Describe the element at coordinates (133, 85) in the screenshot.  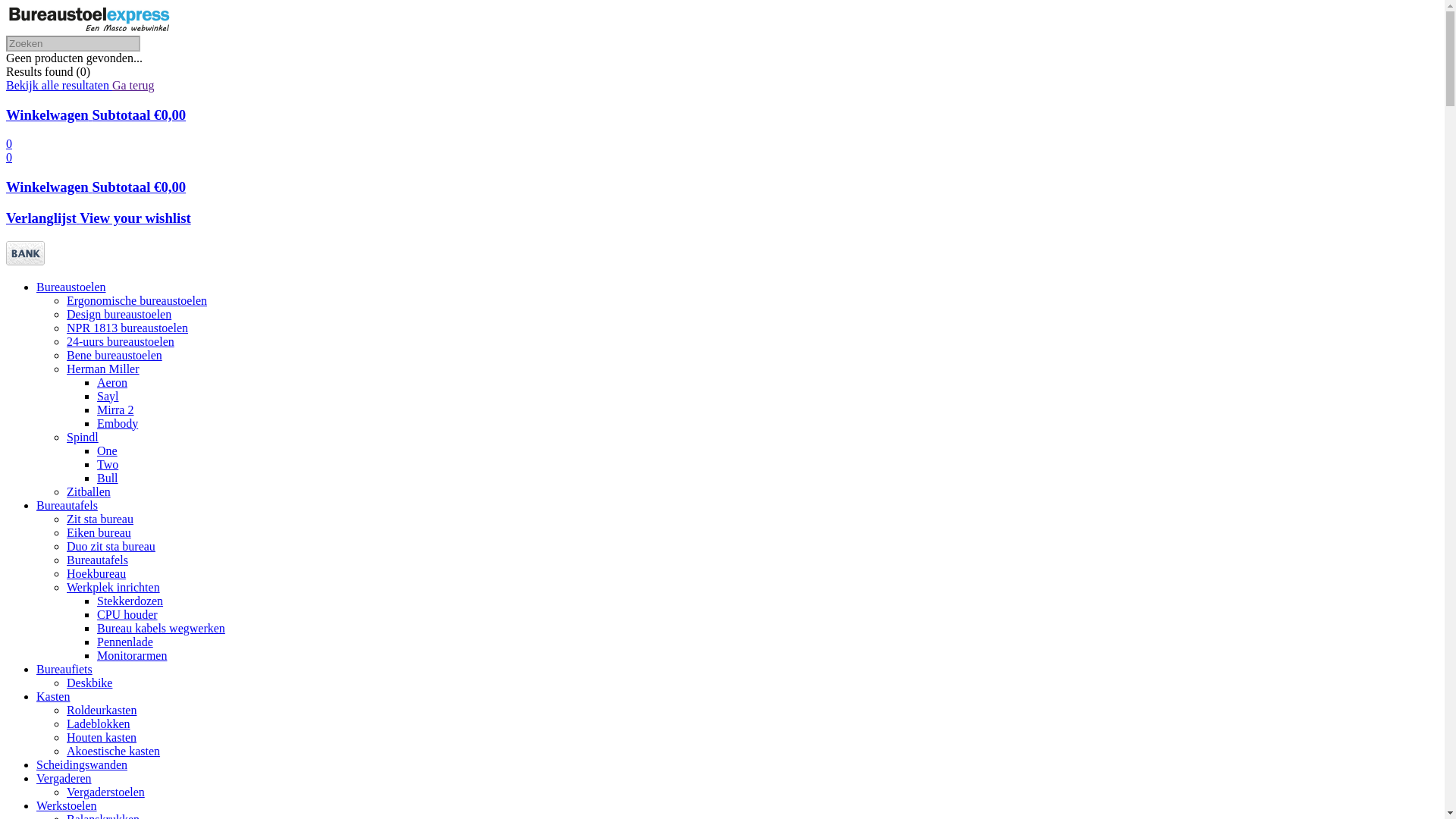
I see `'Ga terug'` at that location.